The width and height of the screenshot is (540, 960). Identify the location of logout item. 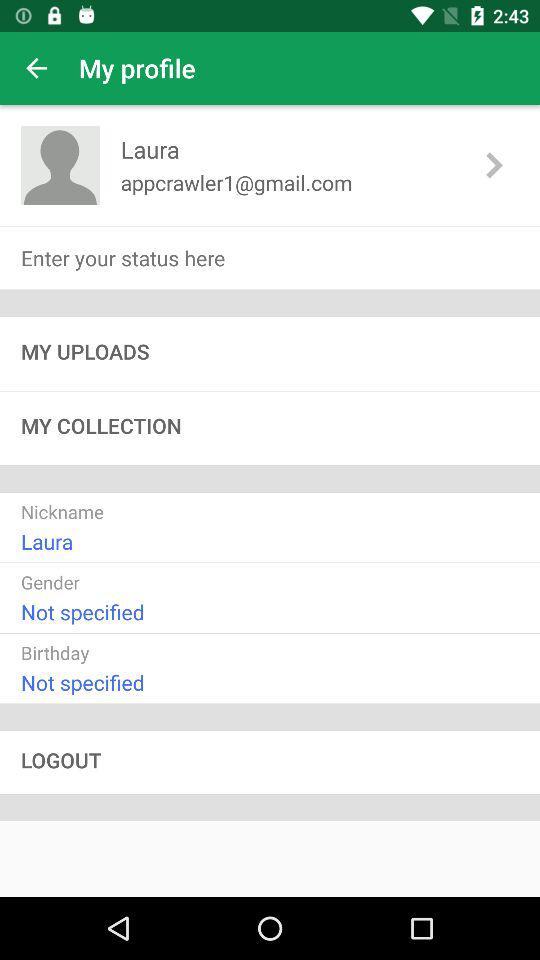
(270, 761).